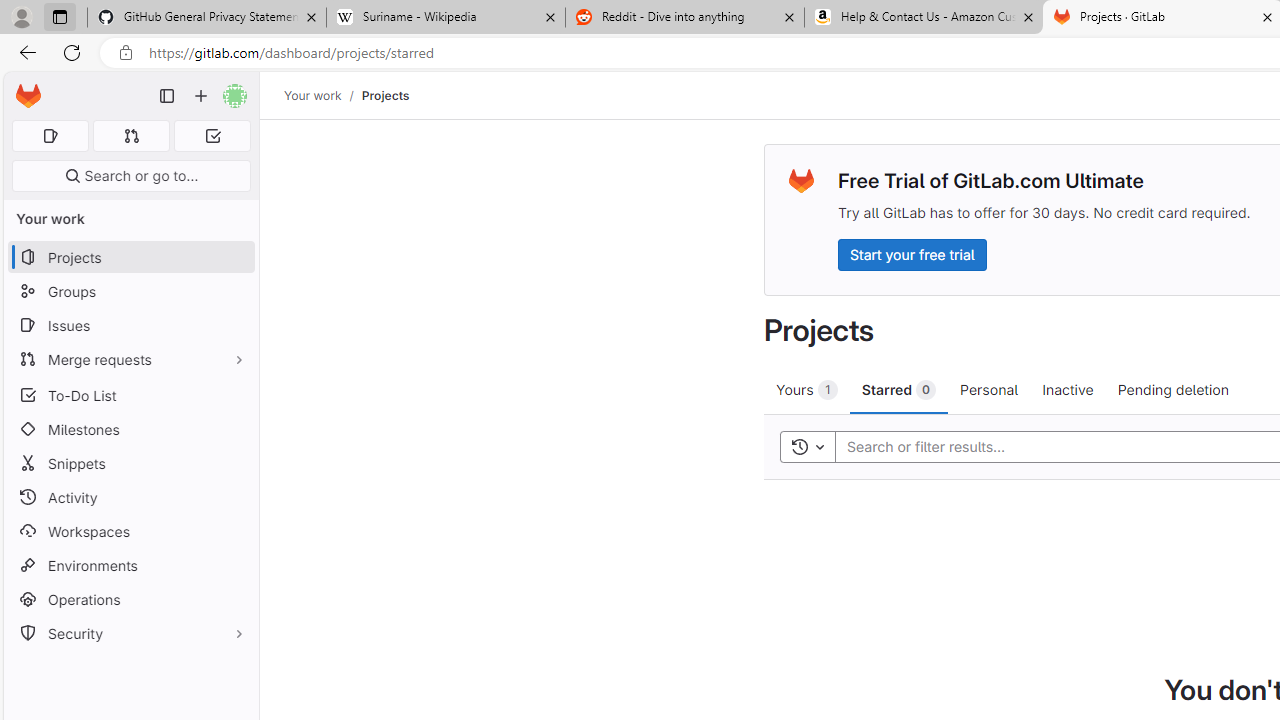 The height and width of the screenshot is (720, 1280). Describe the element at coordinates (130, 324) in the screenshot. I see `'Issues'` at that location.